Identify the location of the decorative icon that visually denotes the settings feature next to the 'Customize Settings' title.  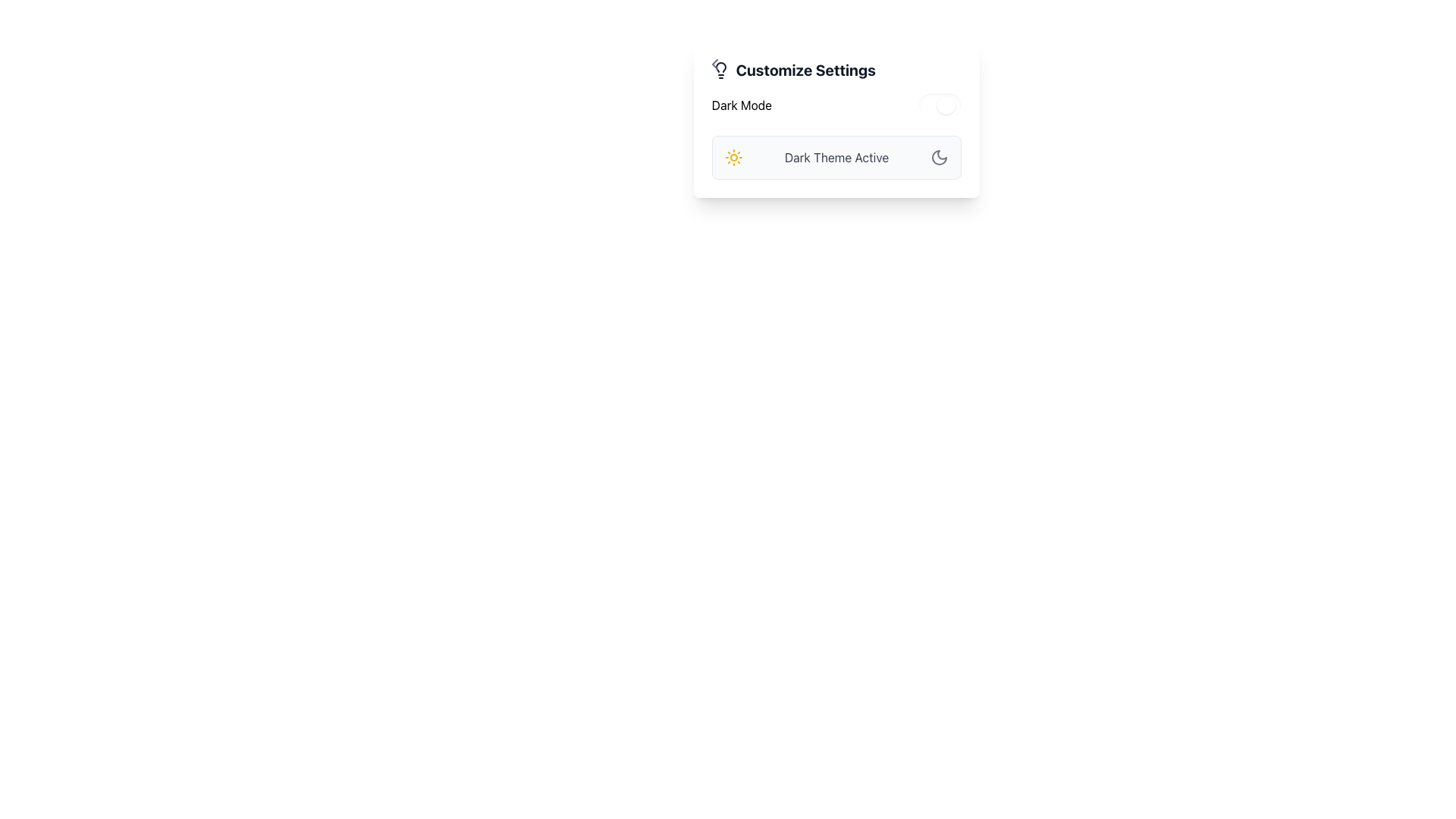
(720, 70).